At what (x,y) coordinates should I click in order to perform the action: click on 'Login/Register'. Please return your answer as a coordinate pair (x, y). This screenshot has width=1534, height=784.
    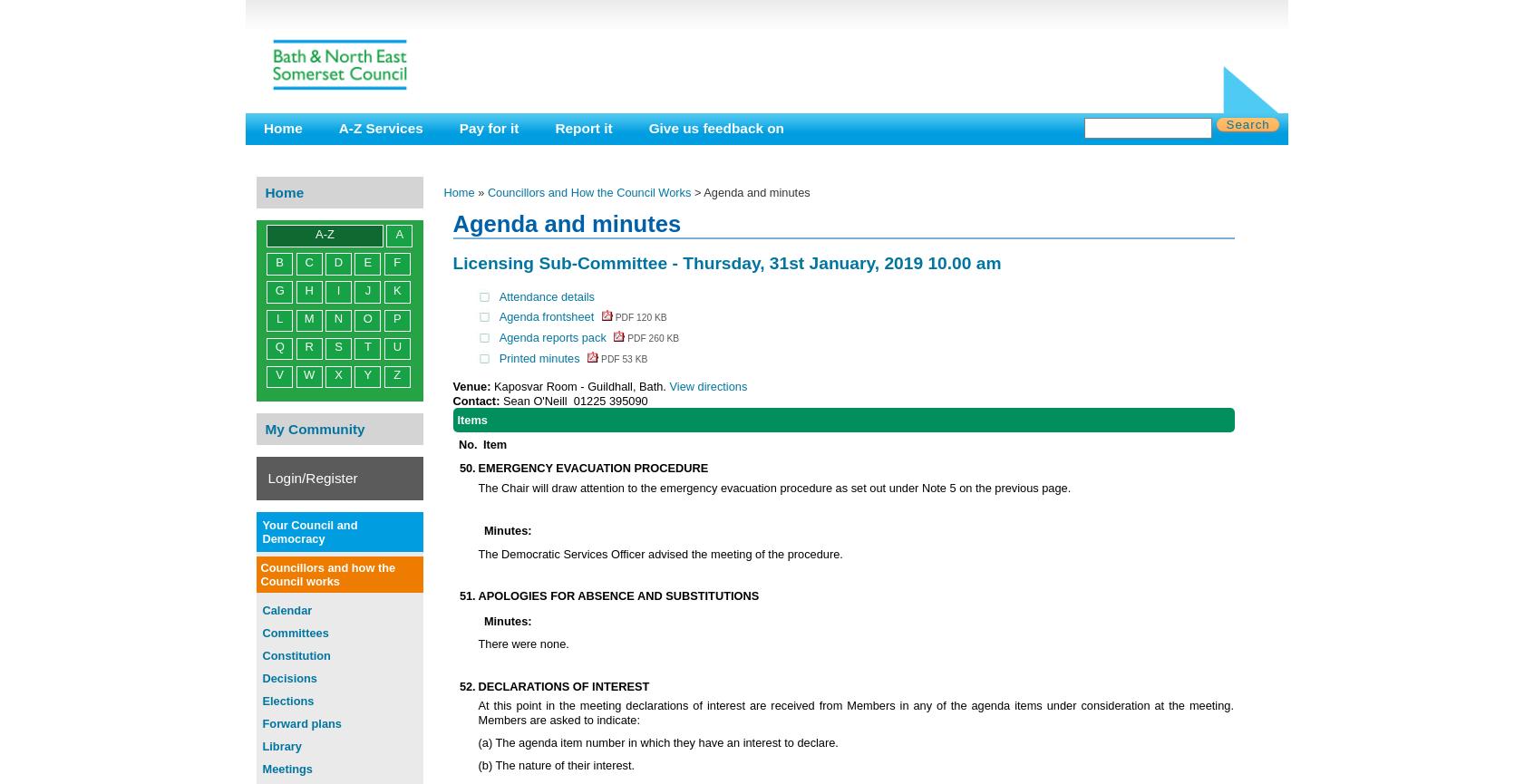
    Looking at the image, I should click on (266, 476).